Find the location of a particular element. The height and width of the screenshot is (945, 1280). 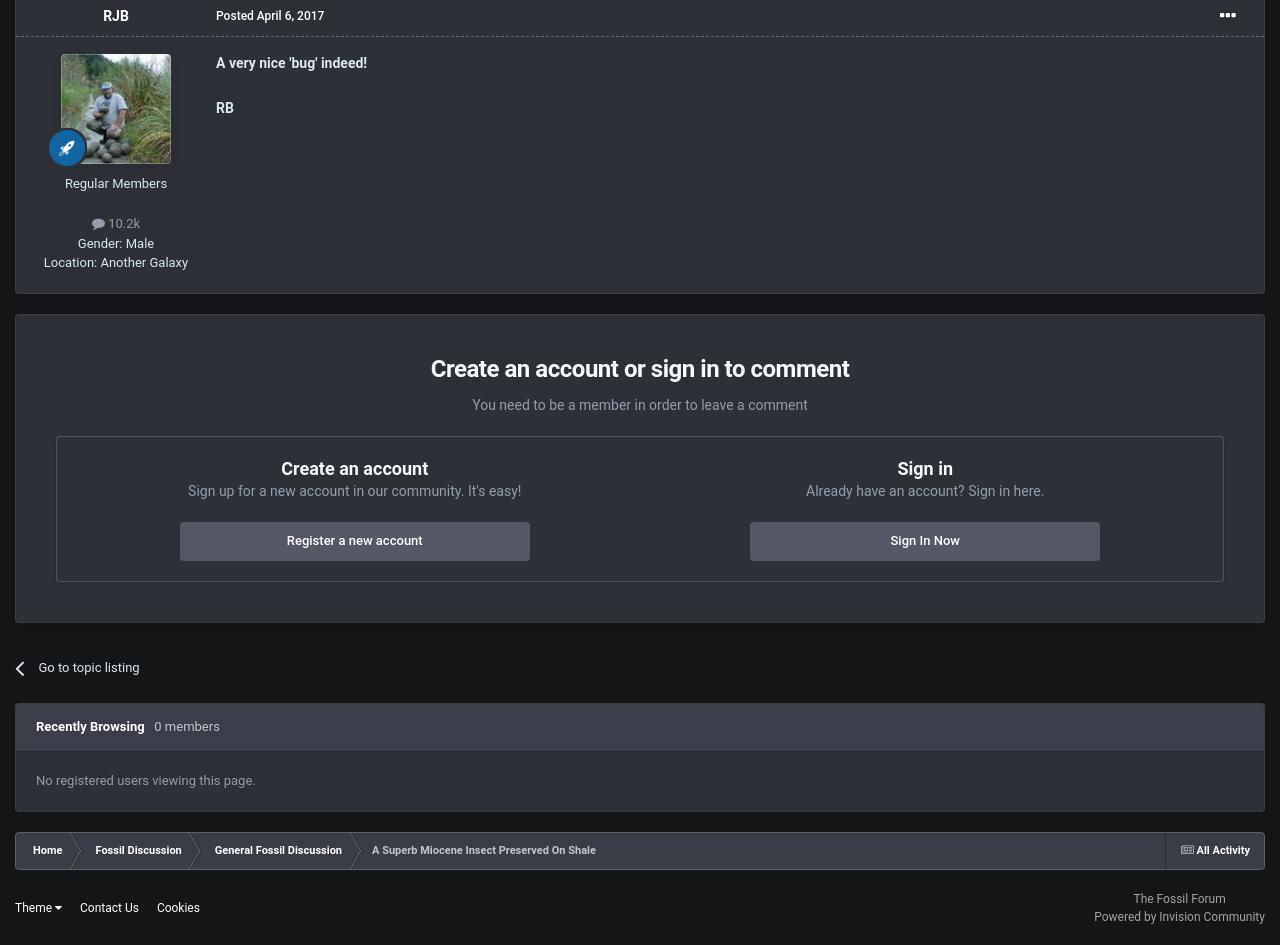

'A Superb Miocene Insect Preserved On Shale' is located at coordinates (483, 849).